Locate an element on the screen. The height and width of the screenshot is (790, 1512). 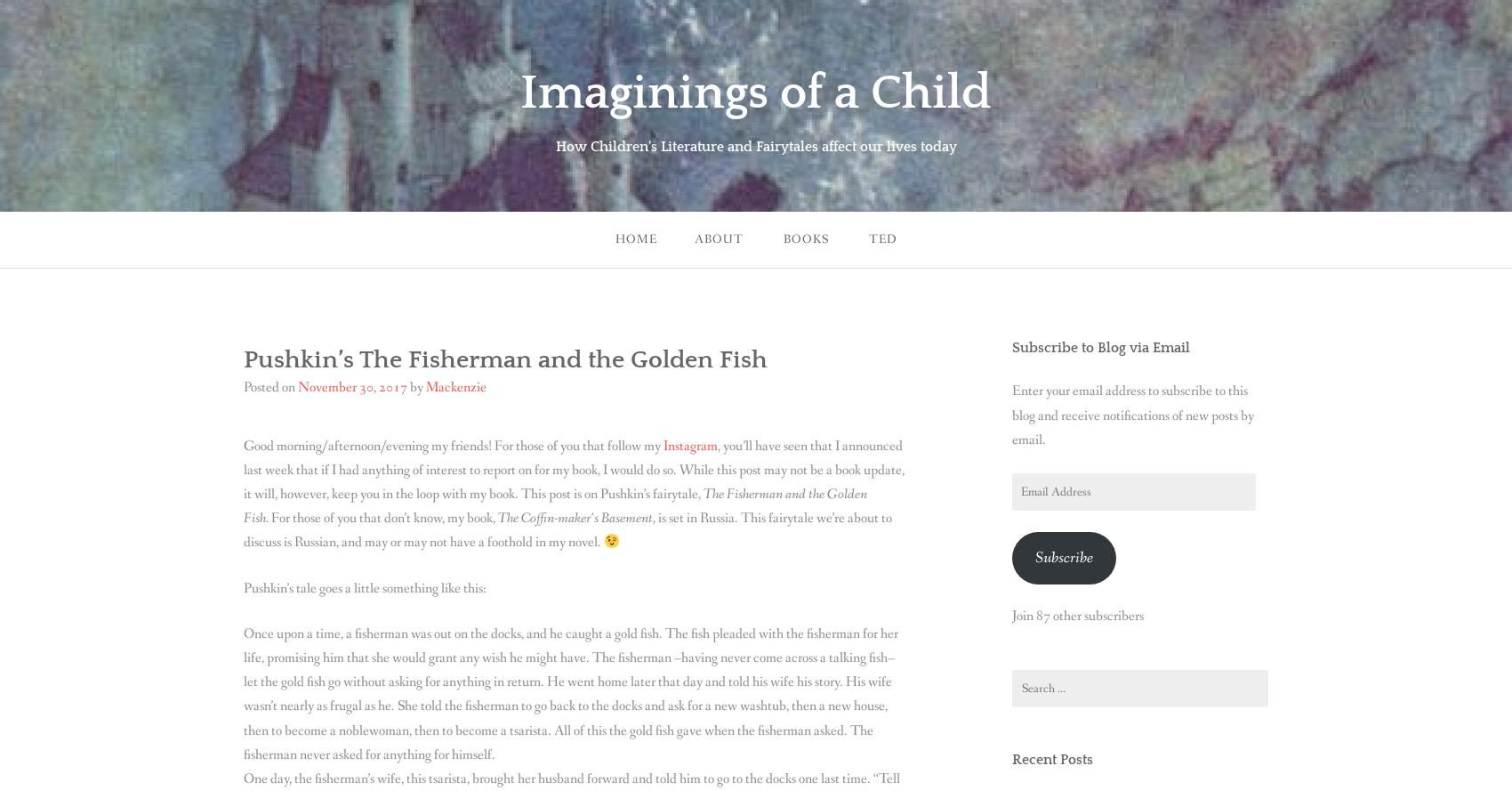
'The Coffin-maker’s Basement,' is located at coordinates (496, 518).